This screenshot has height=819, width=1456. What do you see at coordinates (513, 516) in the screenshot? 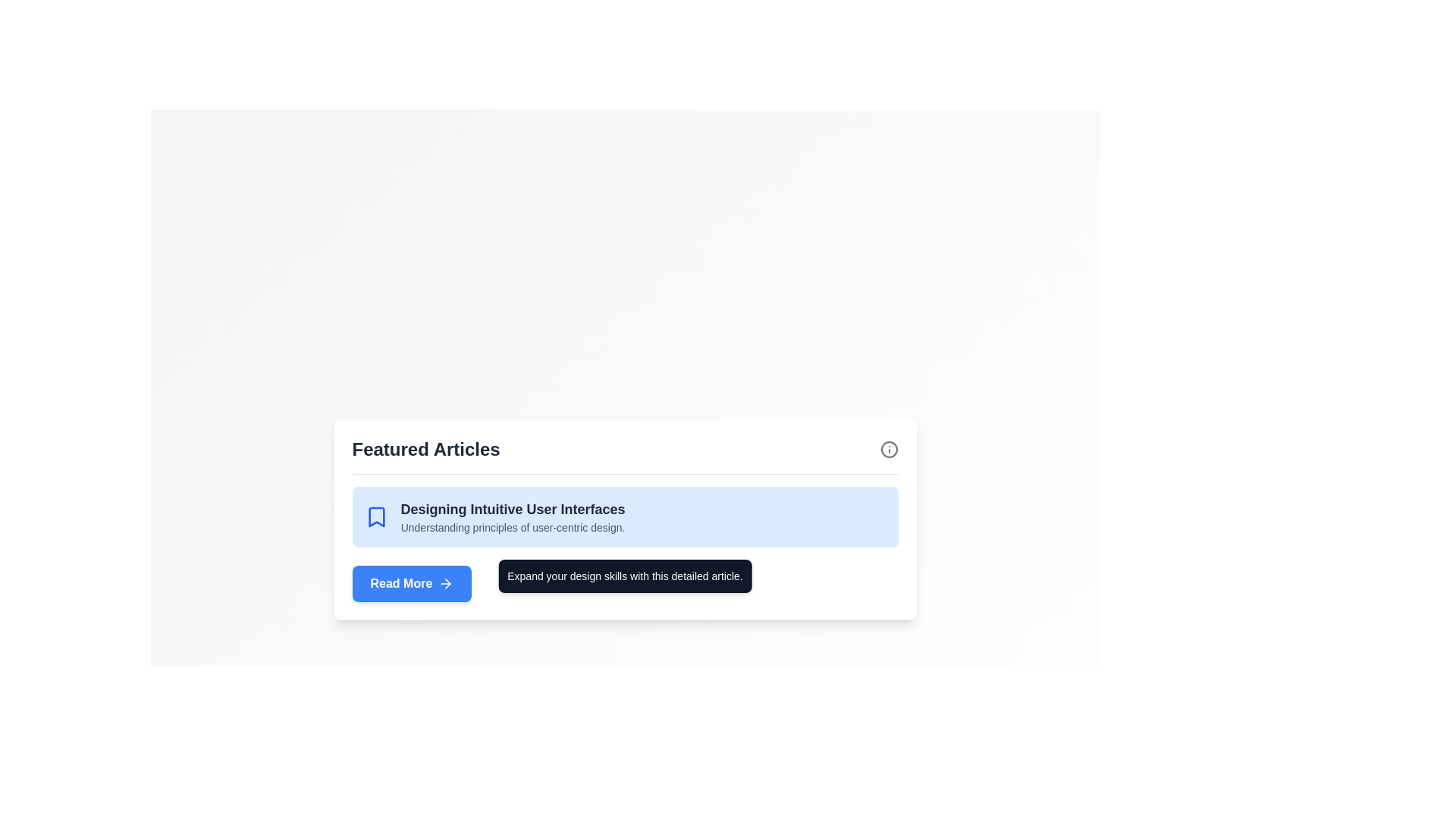
I see `the associated details of the text content titled 'Designing Intuitive User Interfaces' which is displayed in a rectangular card with a light blue background` at bounding box center [513, 516].